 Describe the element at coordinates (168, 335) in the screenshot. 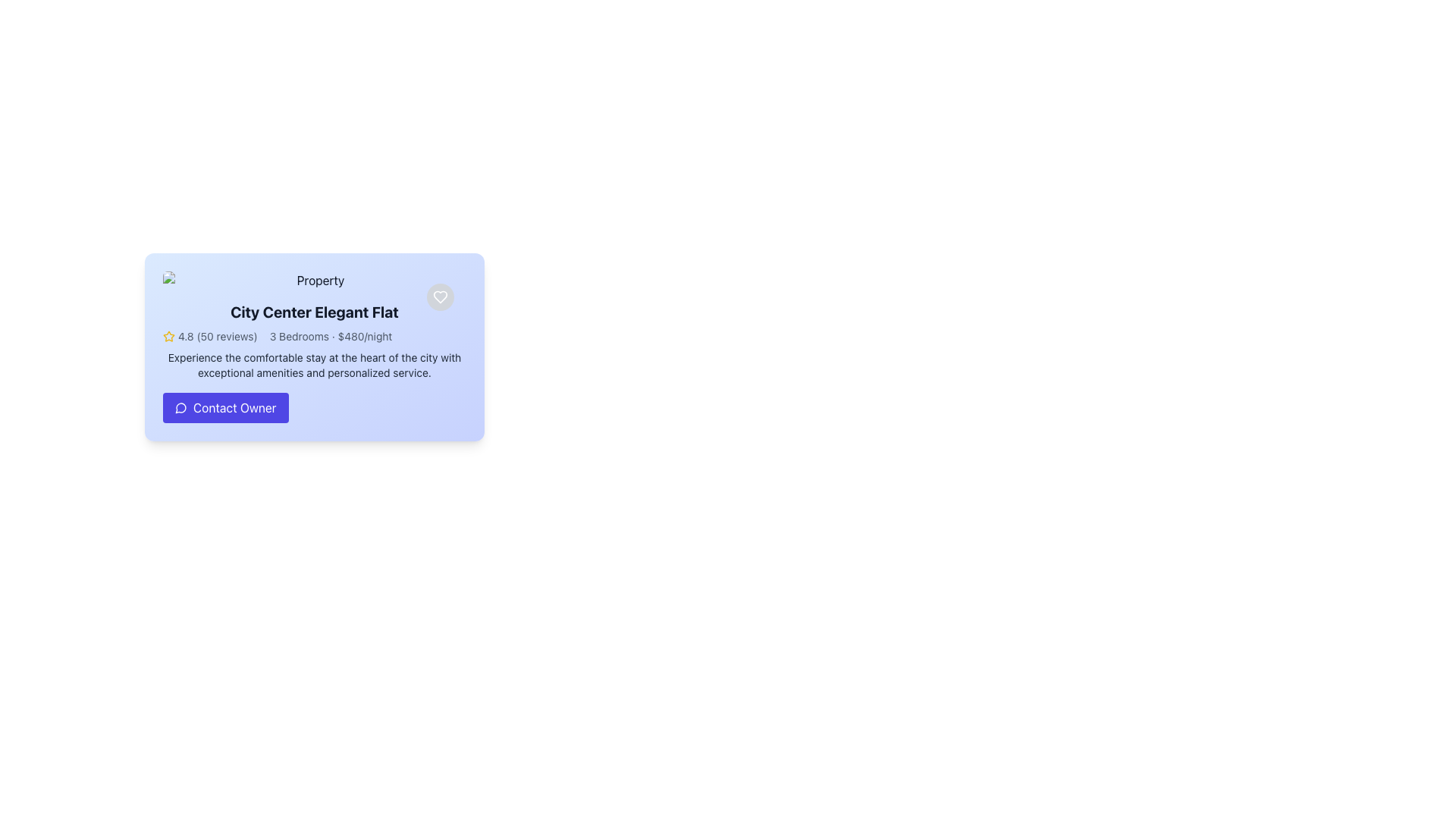

I see `the star icon representing the high rating for the property, located above the property title text in the top-left of the card` at that location.